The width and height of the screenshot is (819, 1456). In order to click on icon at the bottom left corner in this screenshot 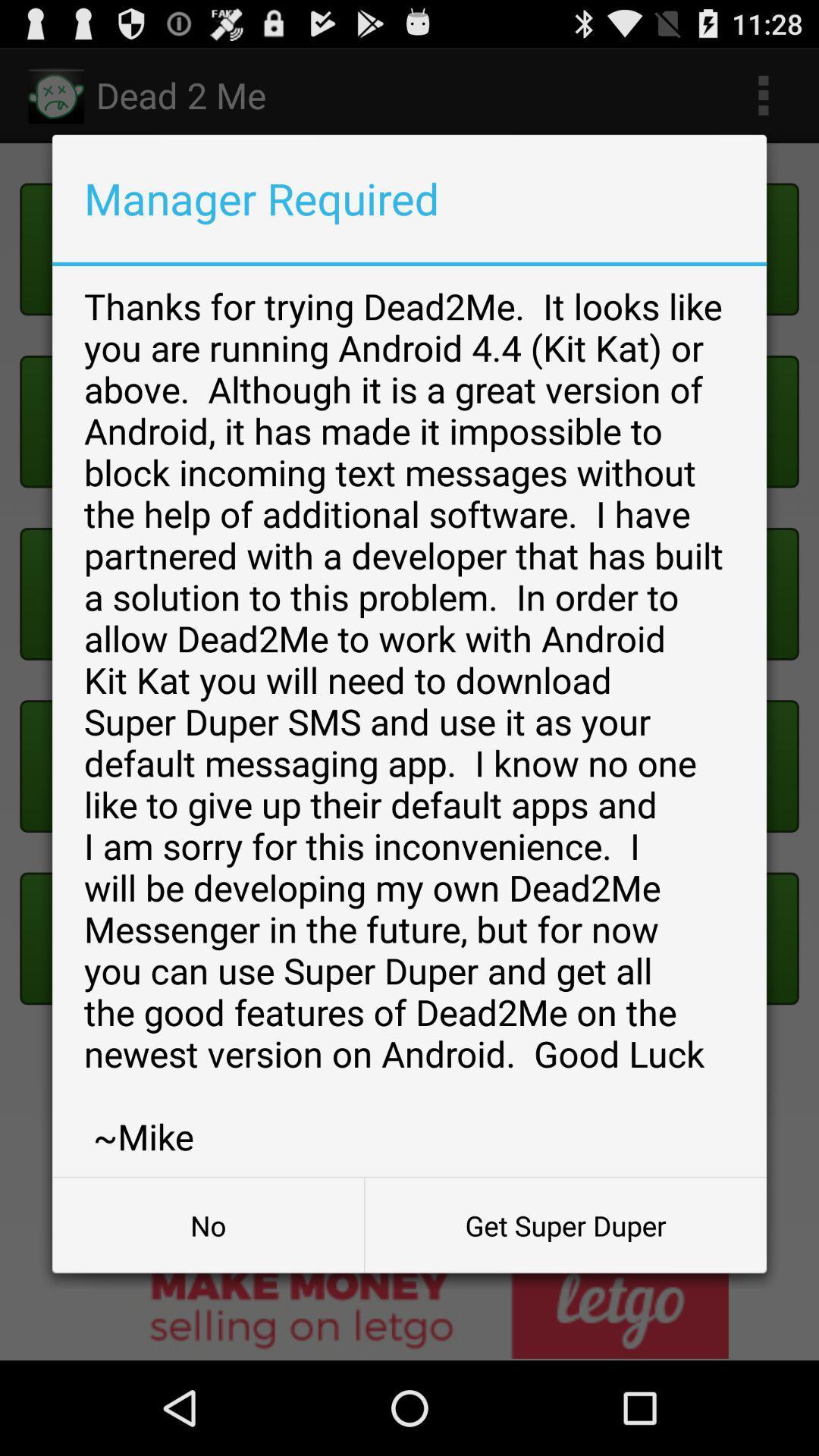, I will do `click(208, 1225)`.